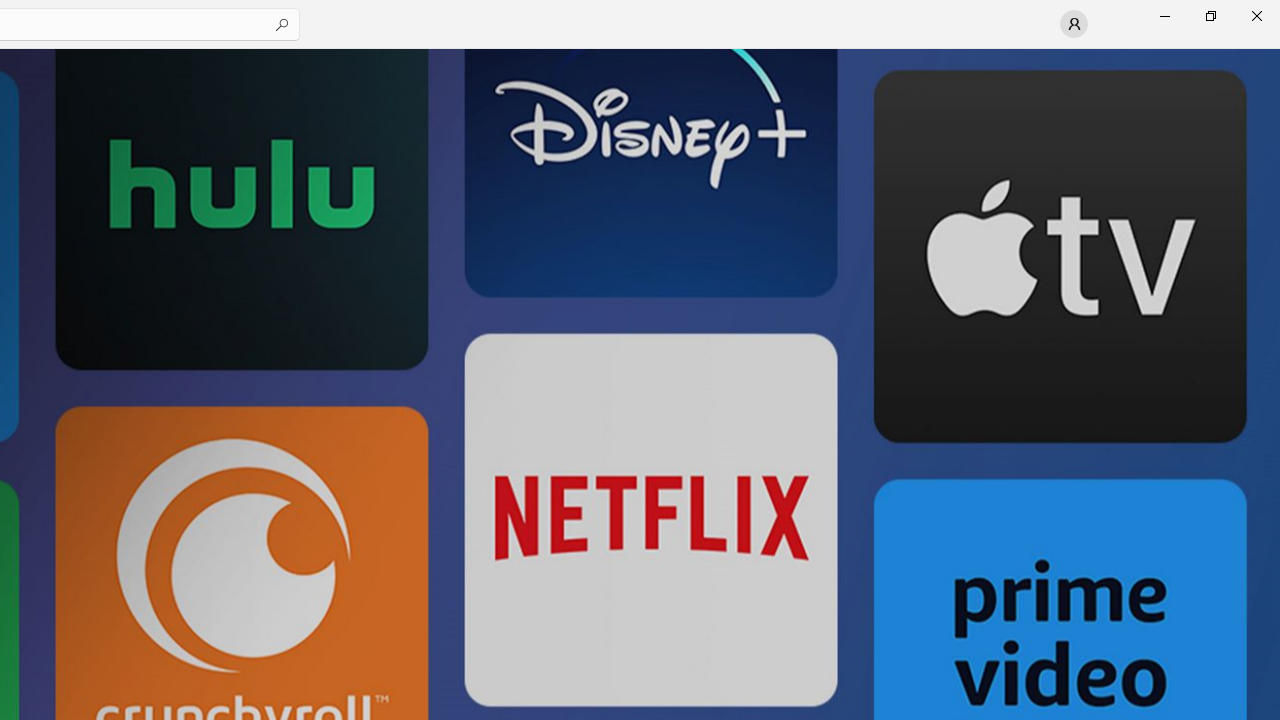  I want to click on 'Minimize Microsoft Store', so click(1164, 15).